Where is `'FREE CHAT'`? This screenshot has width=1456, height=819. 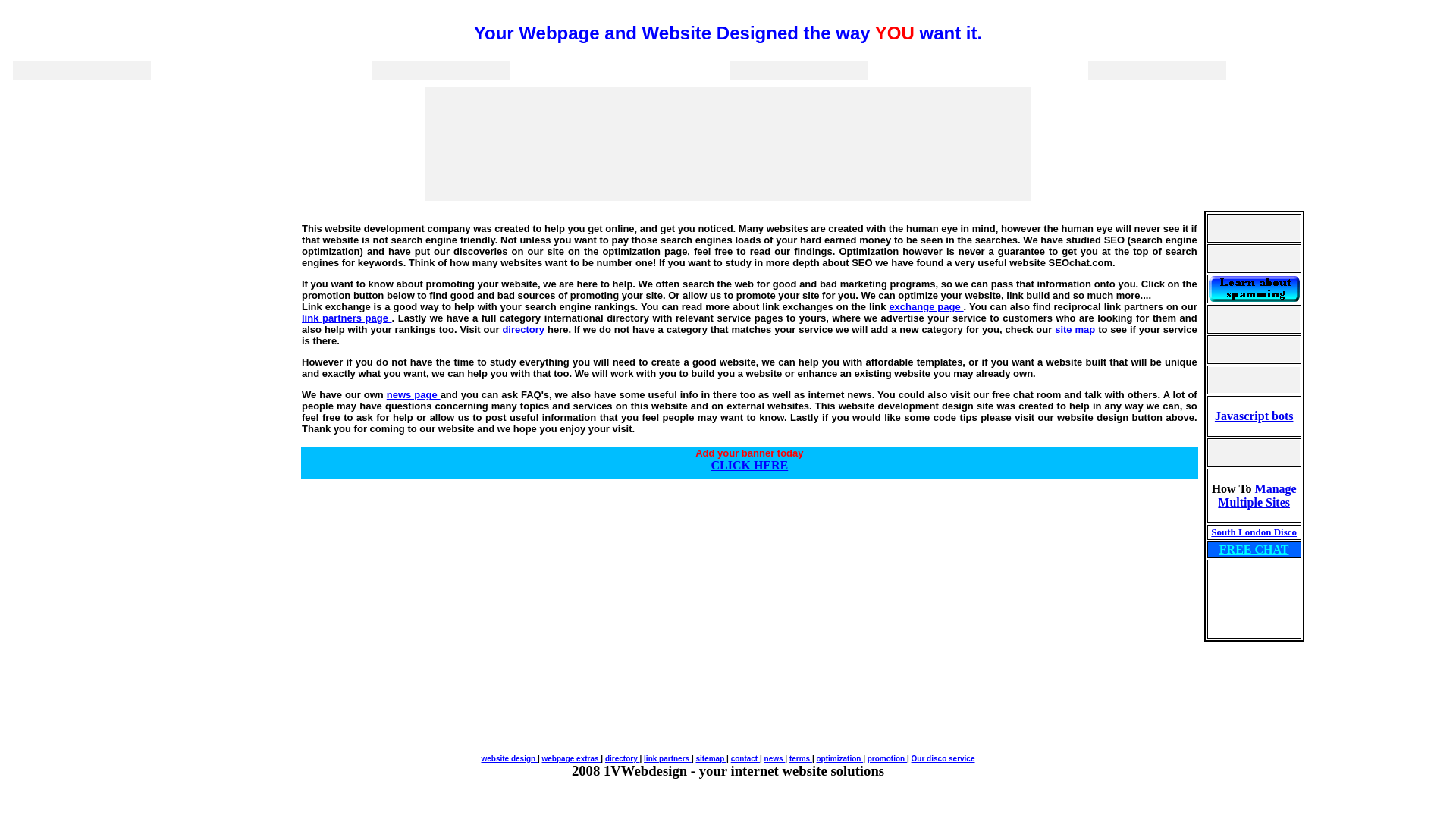 'FREE CHAT' is located at coordinates (1219, 549).